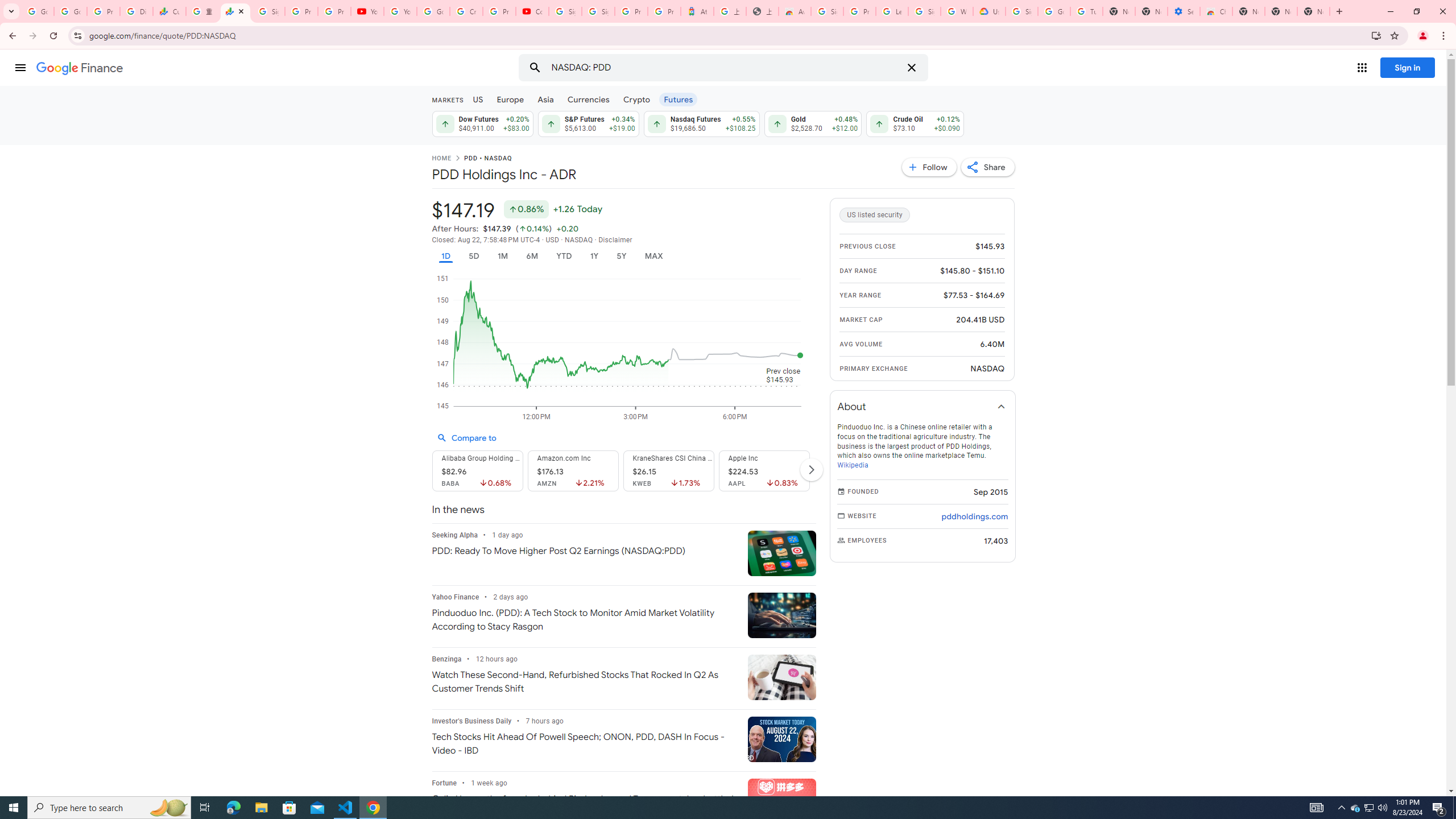  Describe the element at coordinates (502, 255) in the screenshot. I see `'1M'` at that location.